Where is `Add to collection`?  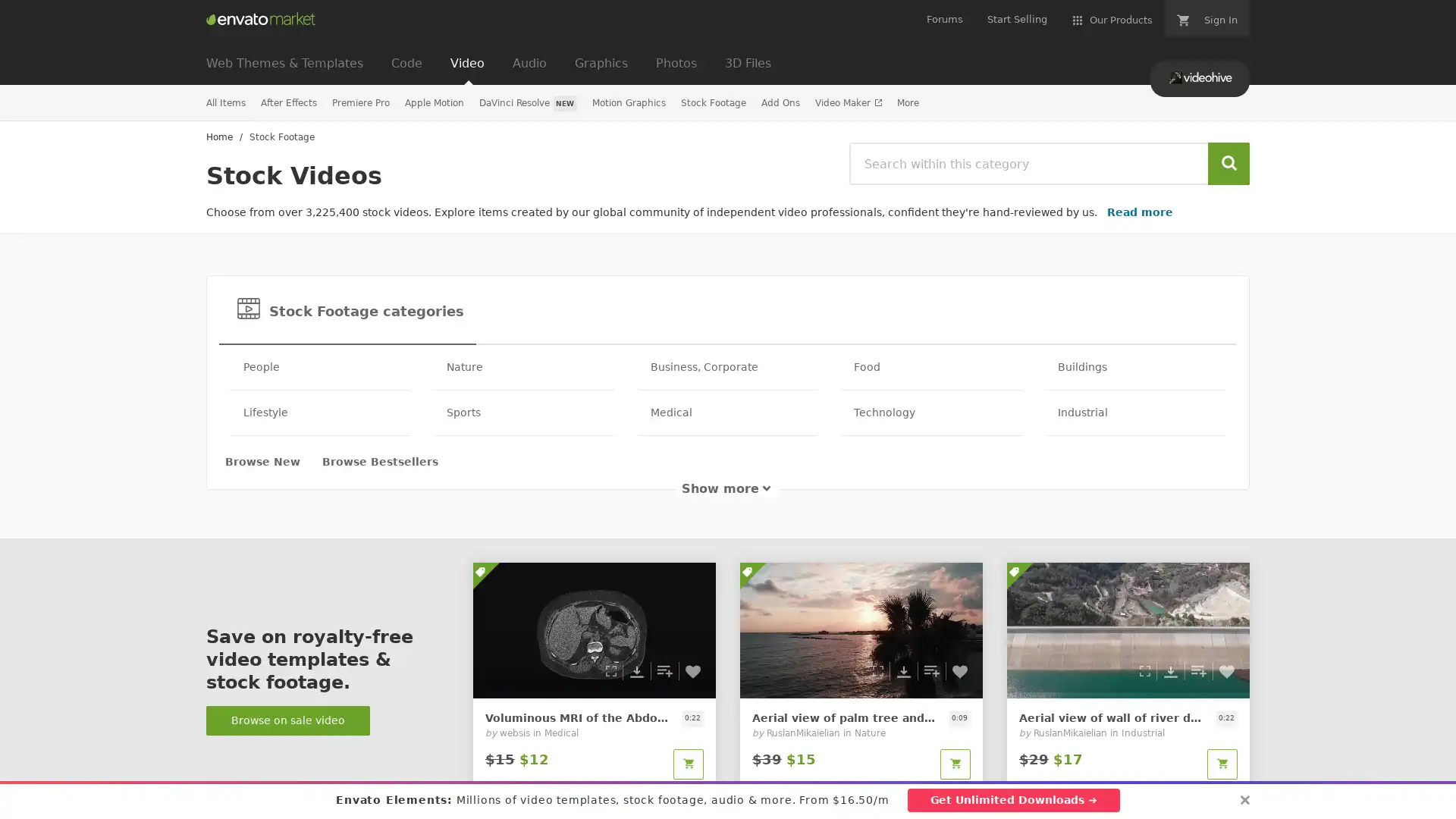 Add to collection is located at coordinates (930, 670).